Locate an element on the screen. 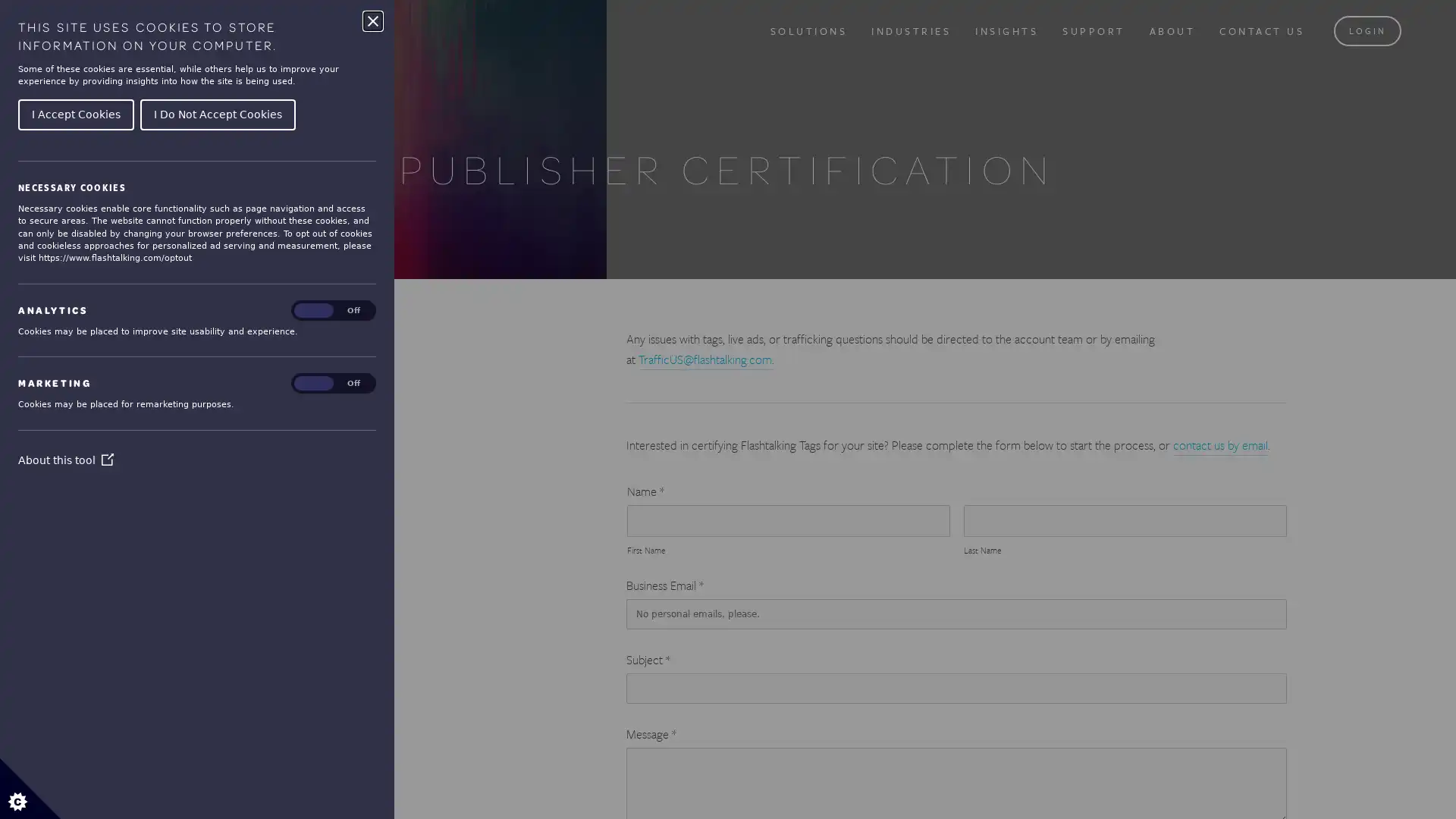 Image resolution: width=1456 pixels, height=819 pixels. Close Cookie Control is located at coordinates (372, 20).